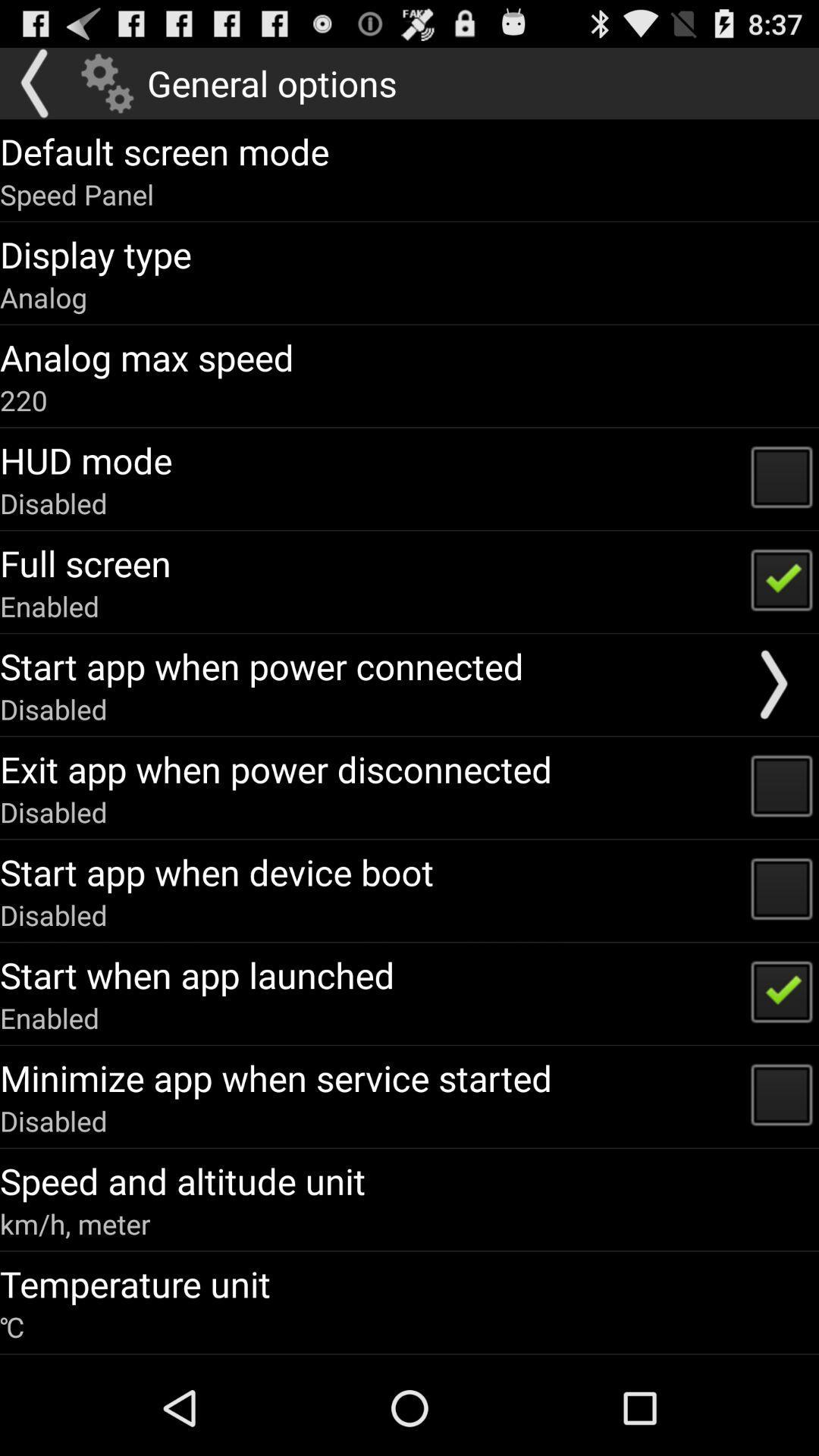 The image size is (819, 1456). I want to click on setting option, so click(106, 83).